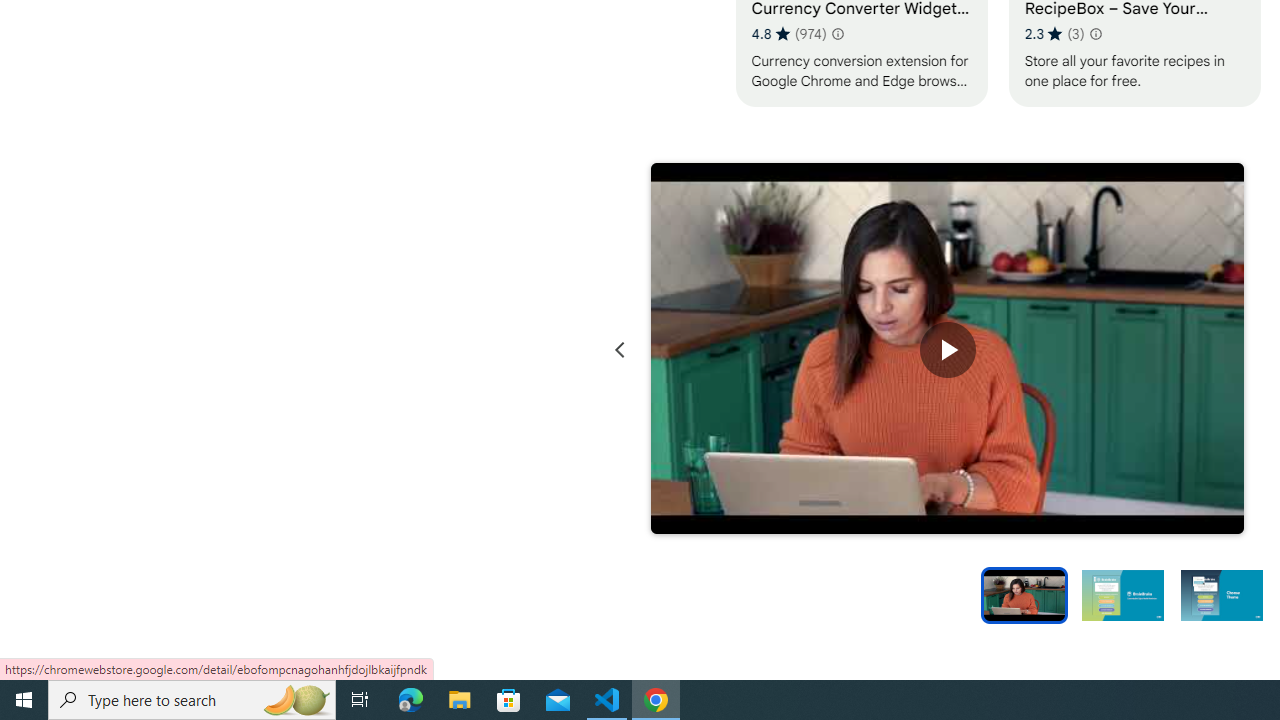  I want to click on 'Average rating 2.3 out of 5 stars. 3 ratings.', so click(1053, 33).